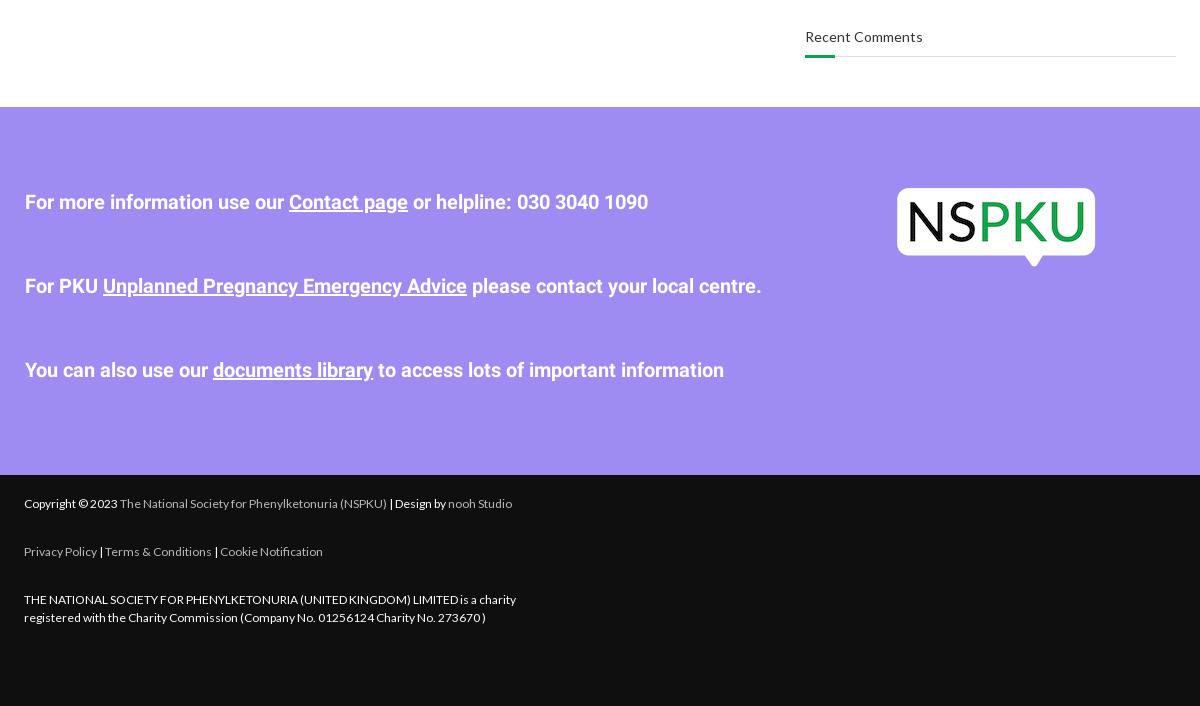 This screenshot has width=1200, height=706. I want to click on '| Design by', so click(417, 501).